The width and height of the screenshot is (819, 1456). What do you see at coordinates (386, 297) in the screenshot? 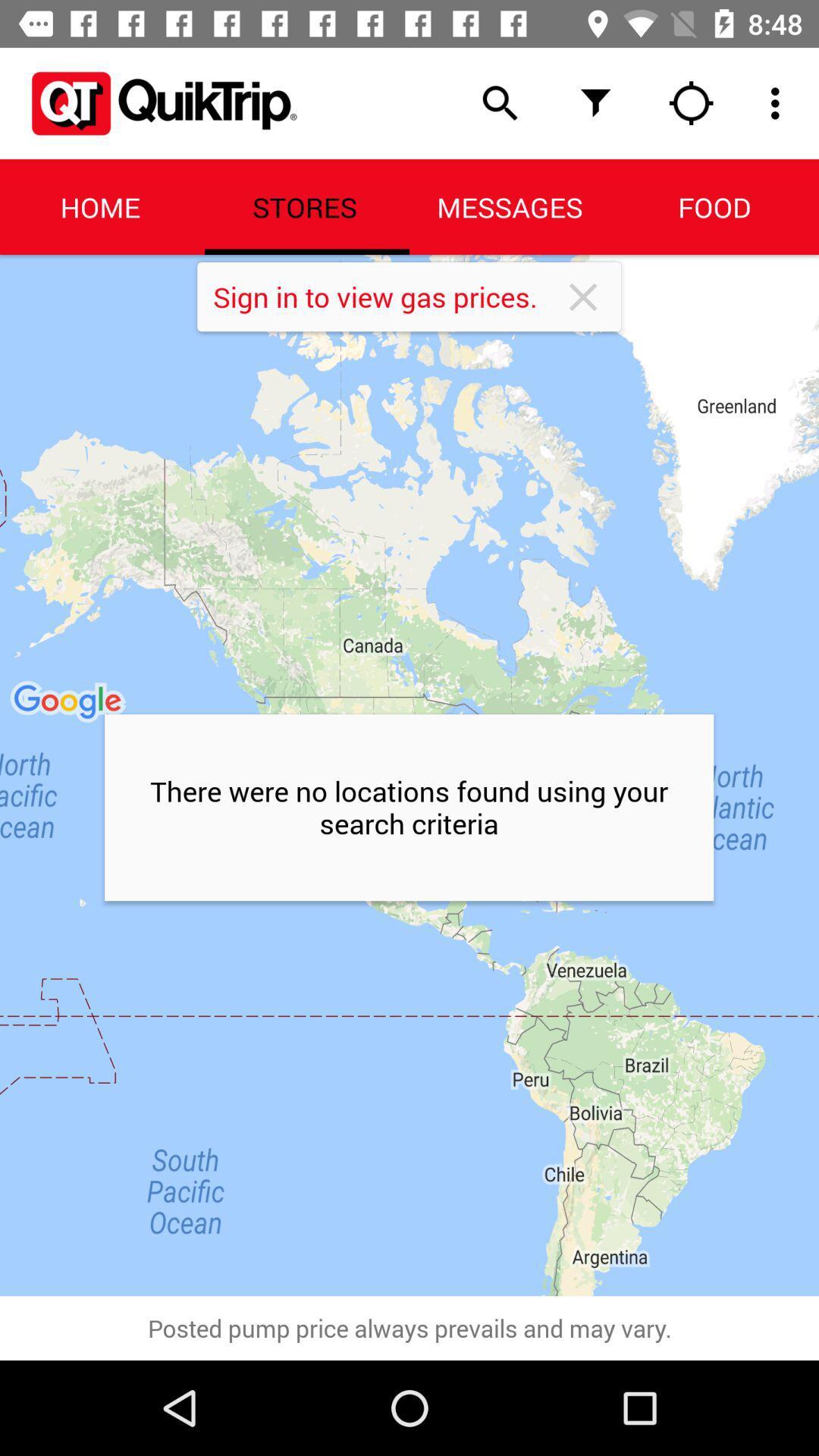
I see `item below the stores` at bounding box center [386, 297].